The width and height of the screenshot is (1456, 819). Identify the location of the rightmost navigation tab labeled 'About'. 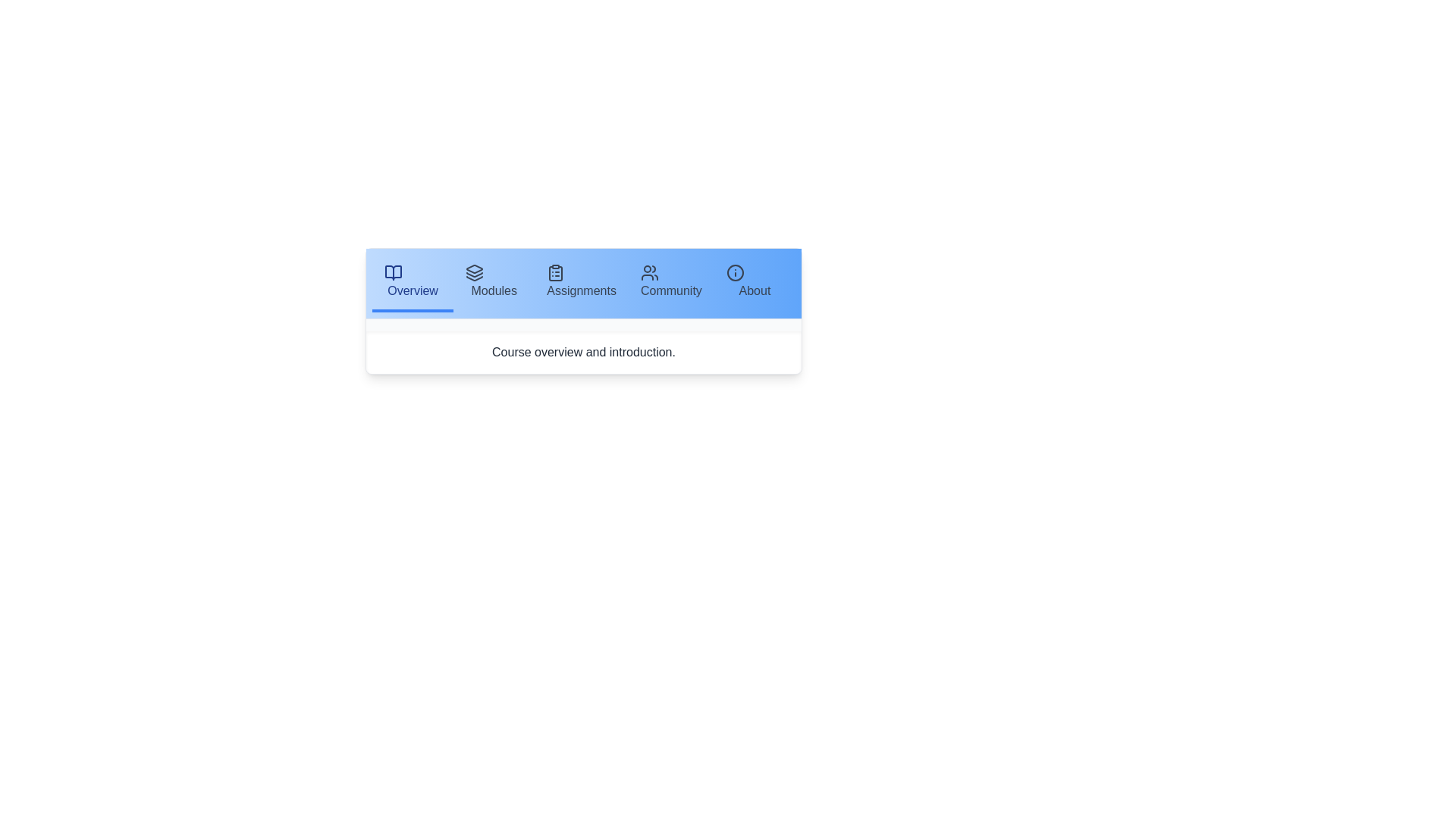
(755, 284).